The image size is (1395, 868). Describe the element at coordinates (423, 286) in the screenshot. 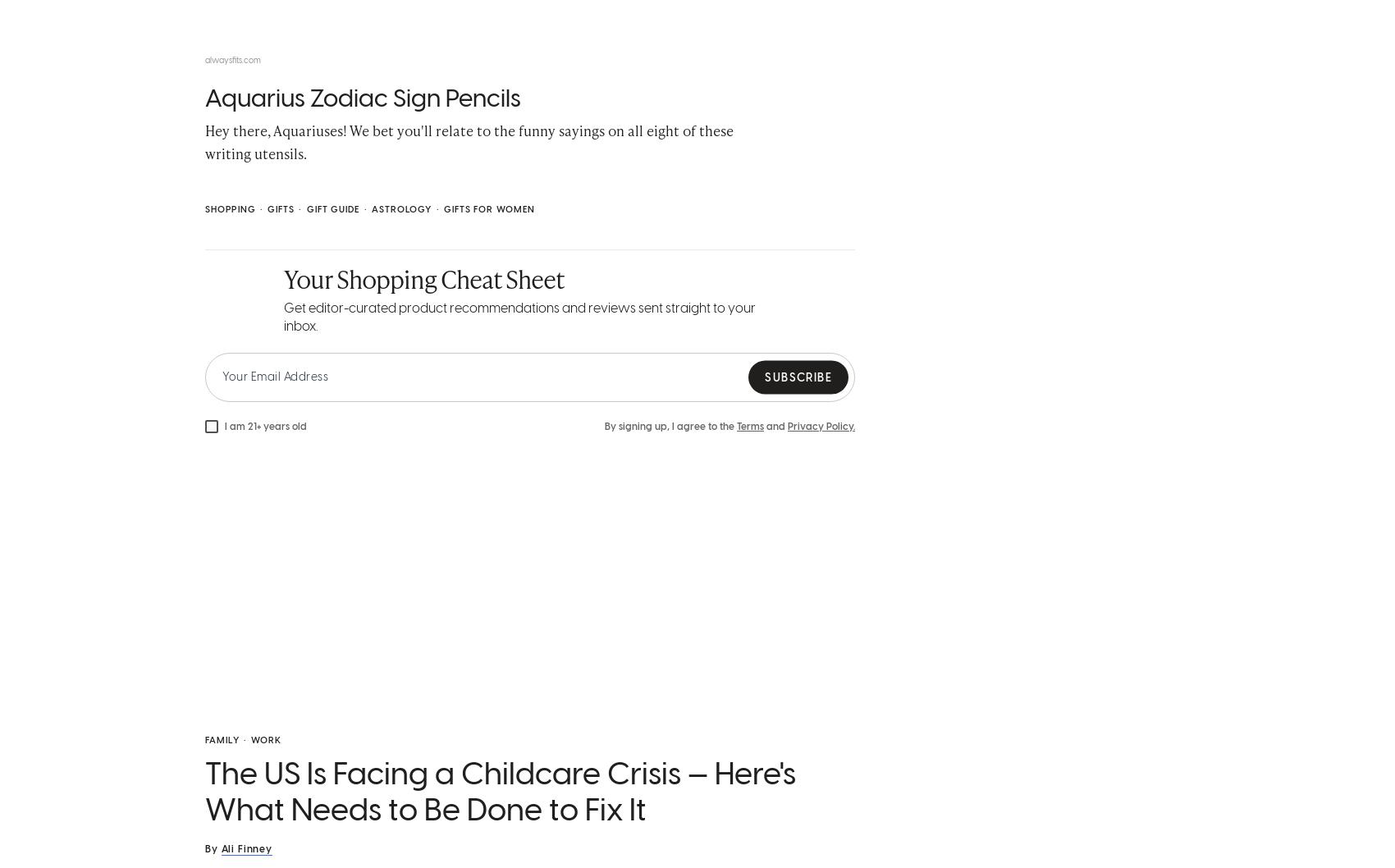

I see `'Your Shopping Cheat Sheet'` at that location.